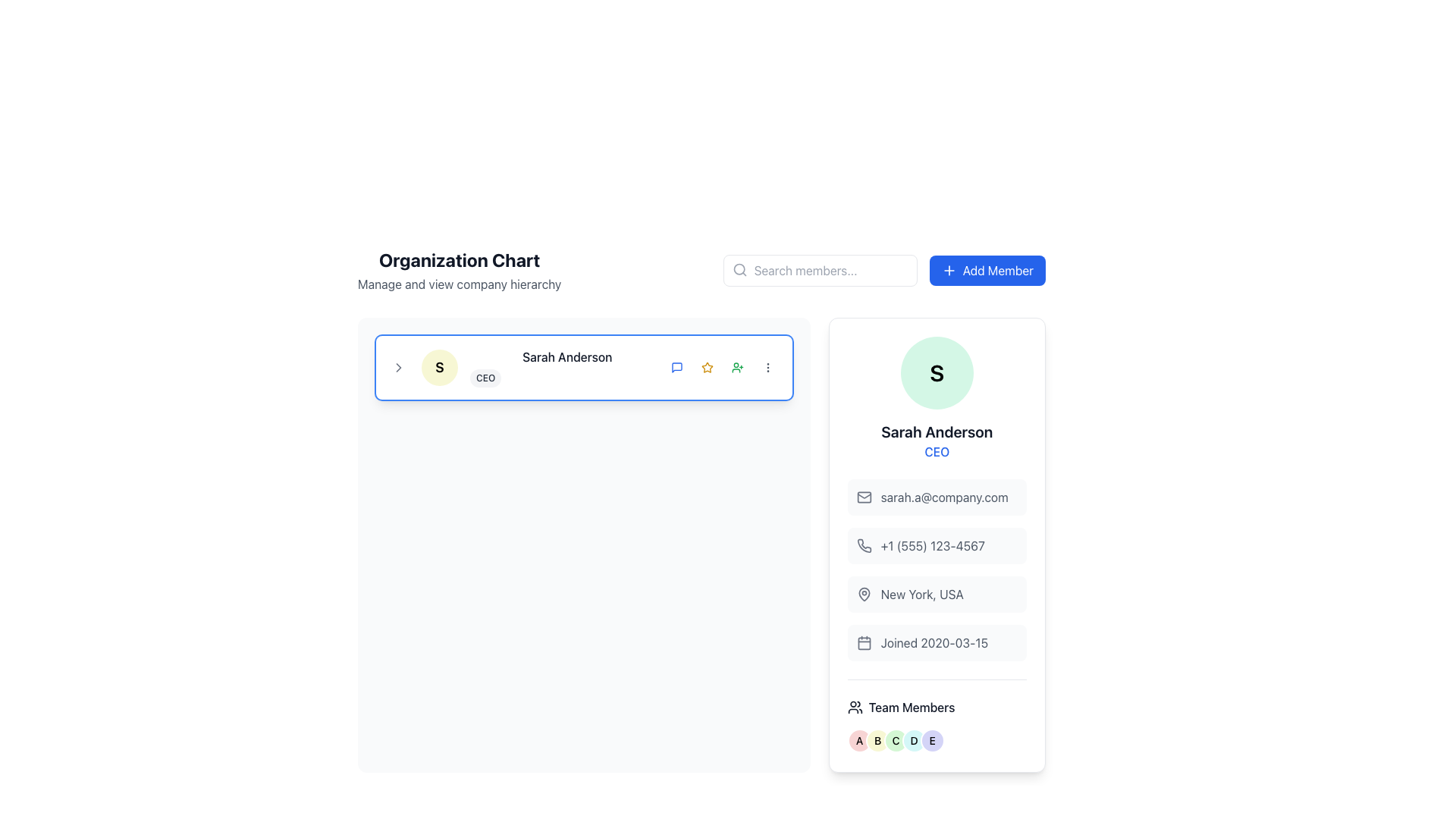 The height and width of the screenshot is (819, 1456). I want to click on the Text display that shows the name 'Sarah Anderson', located centrally within a horizontal card with a blue border, to visually identify the individual, so click(566, 368).